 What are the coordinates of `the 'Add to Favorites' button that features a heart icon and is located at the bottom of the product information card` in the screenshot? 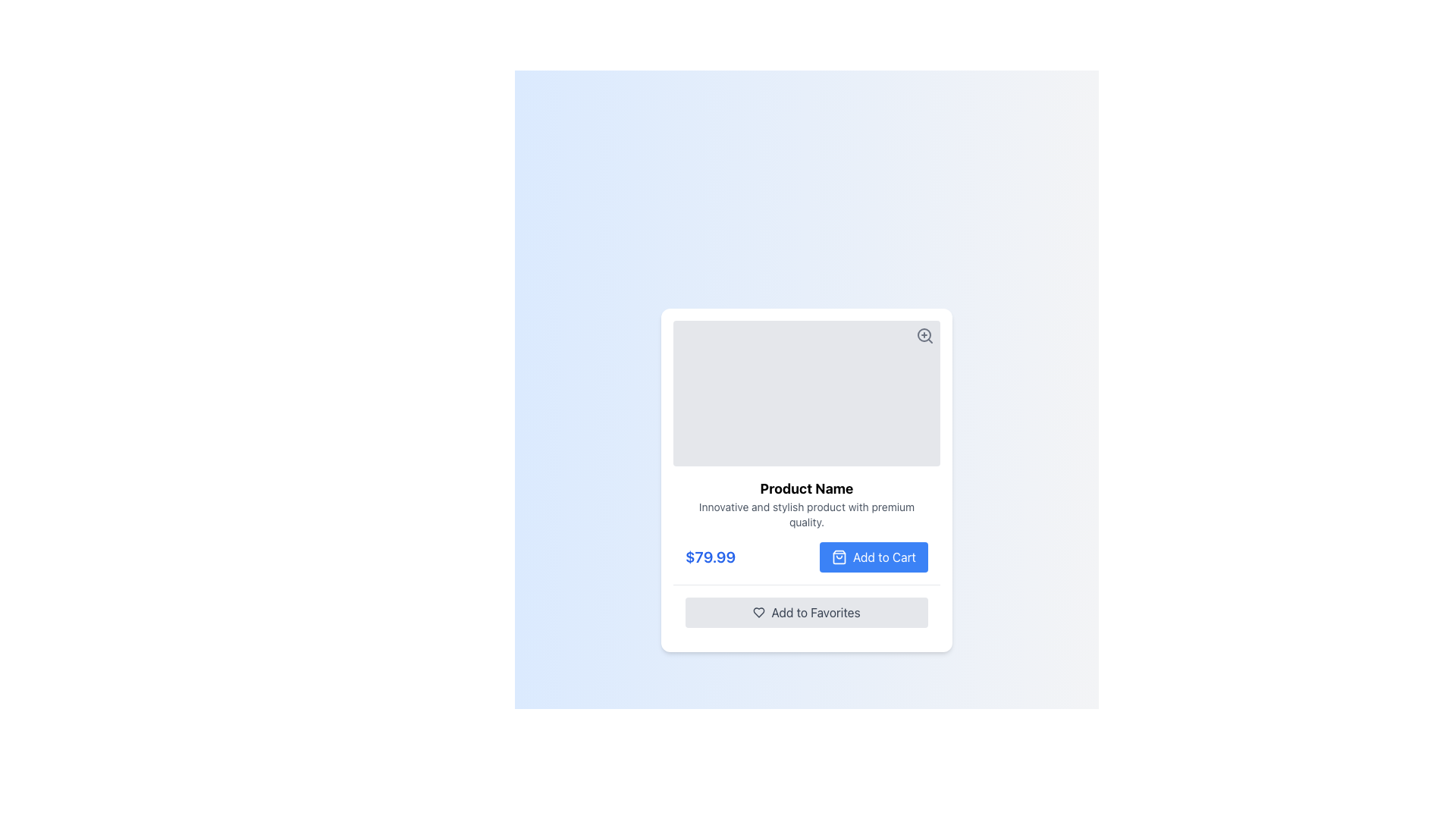 It's located at (814, 611).